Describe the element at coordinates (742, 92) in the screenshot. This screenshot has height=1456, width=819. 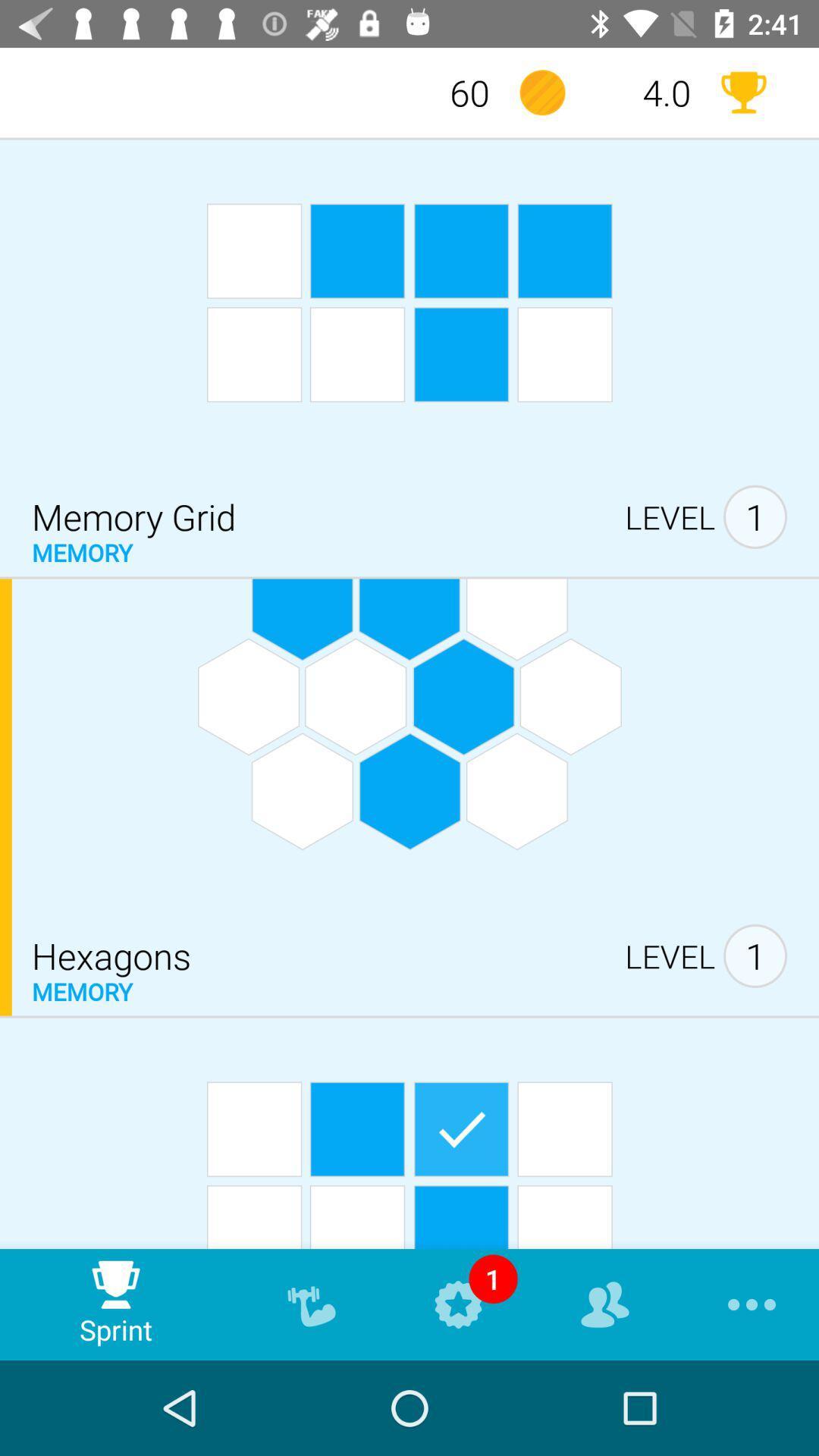
I see `trophy` at that location.